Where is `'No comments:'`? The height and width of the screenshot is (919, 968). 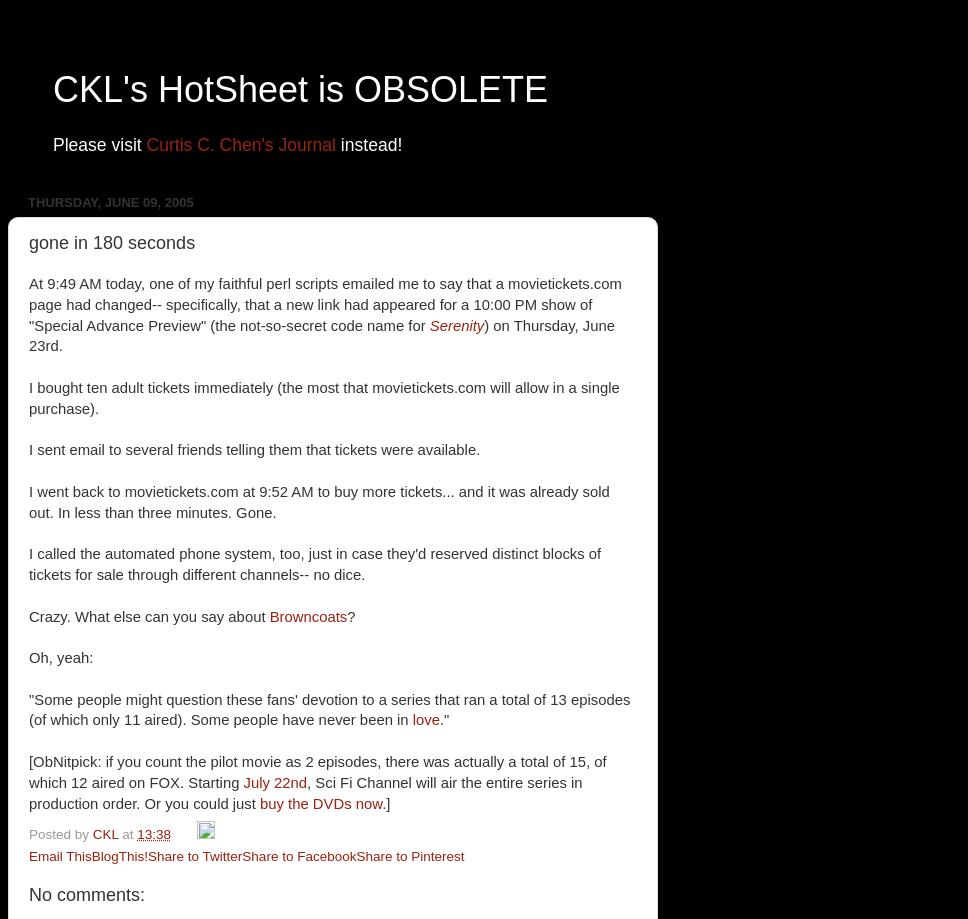
'No comments:' is located at coordinates (29, 894).